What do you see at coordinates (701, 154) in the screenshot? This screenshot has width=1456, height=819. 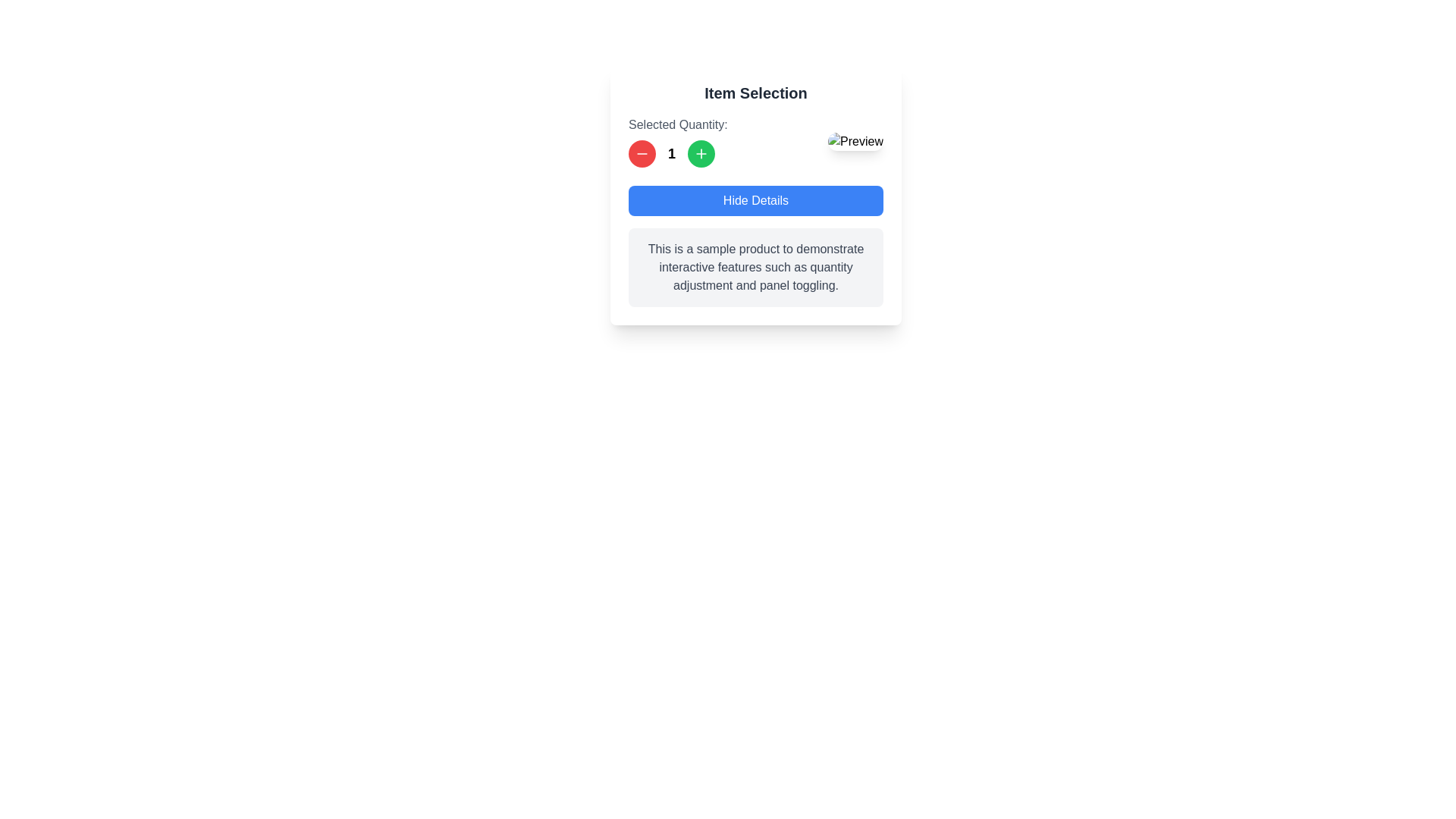 I see `the green increment button located to the right of the decrement button and above the numeric indicator to observe the hover effect` at bounding box center [701, 154].